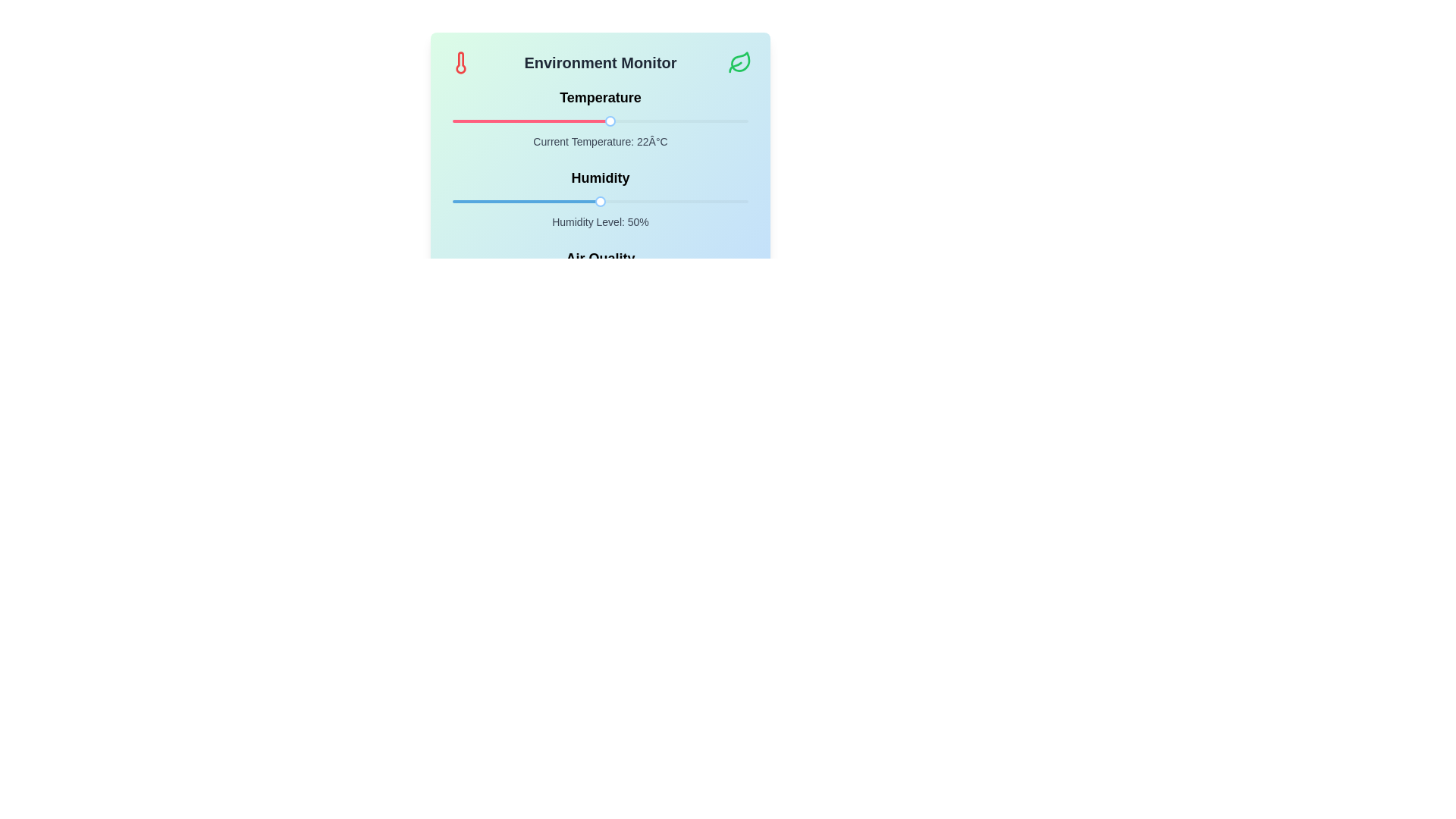 The height and width of the screenshot is (819, 1456). I want to click on the handle of the horizontal slider located at the 50% mark along the slider track, so click(600, 201).